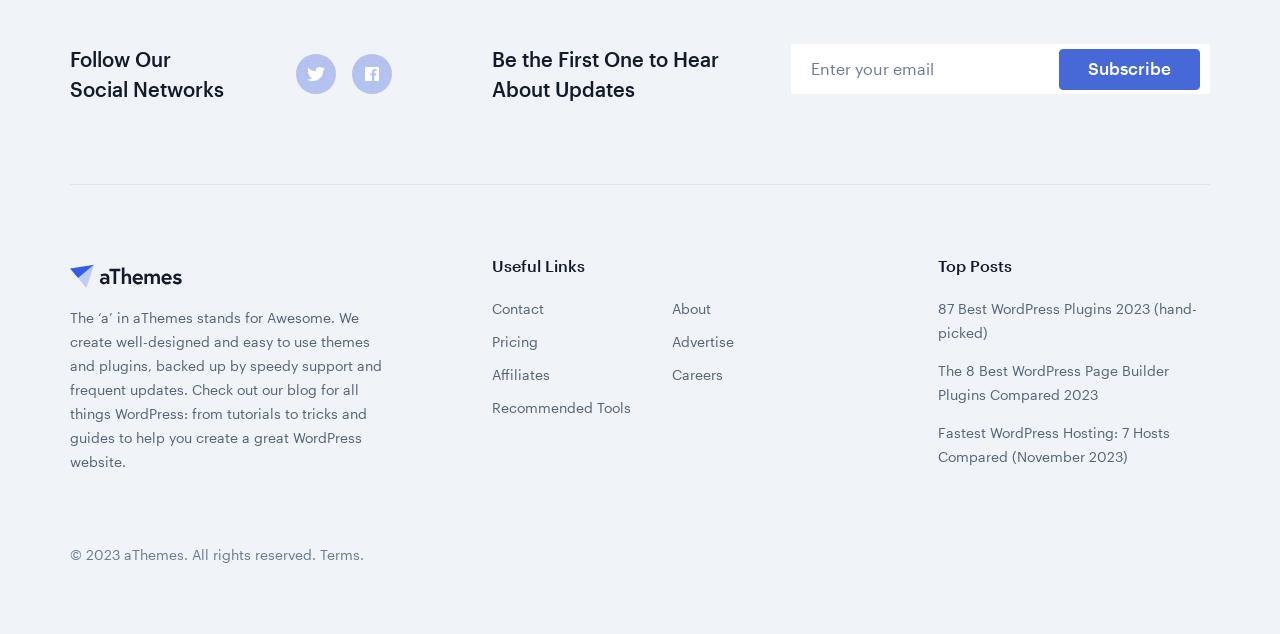  Describe the element at coordinates (226, 138) in the screenshot. I see `'The ‘a’ in aThemes stands for Awesome. We create well-designed and easy to use themes and plugins, backed up by speedy support and frequent updates. Check out our blog for all things WordPress: from tutorials to tricks and guides to help you create a great WordPress website.'` at that location.